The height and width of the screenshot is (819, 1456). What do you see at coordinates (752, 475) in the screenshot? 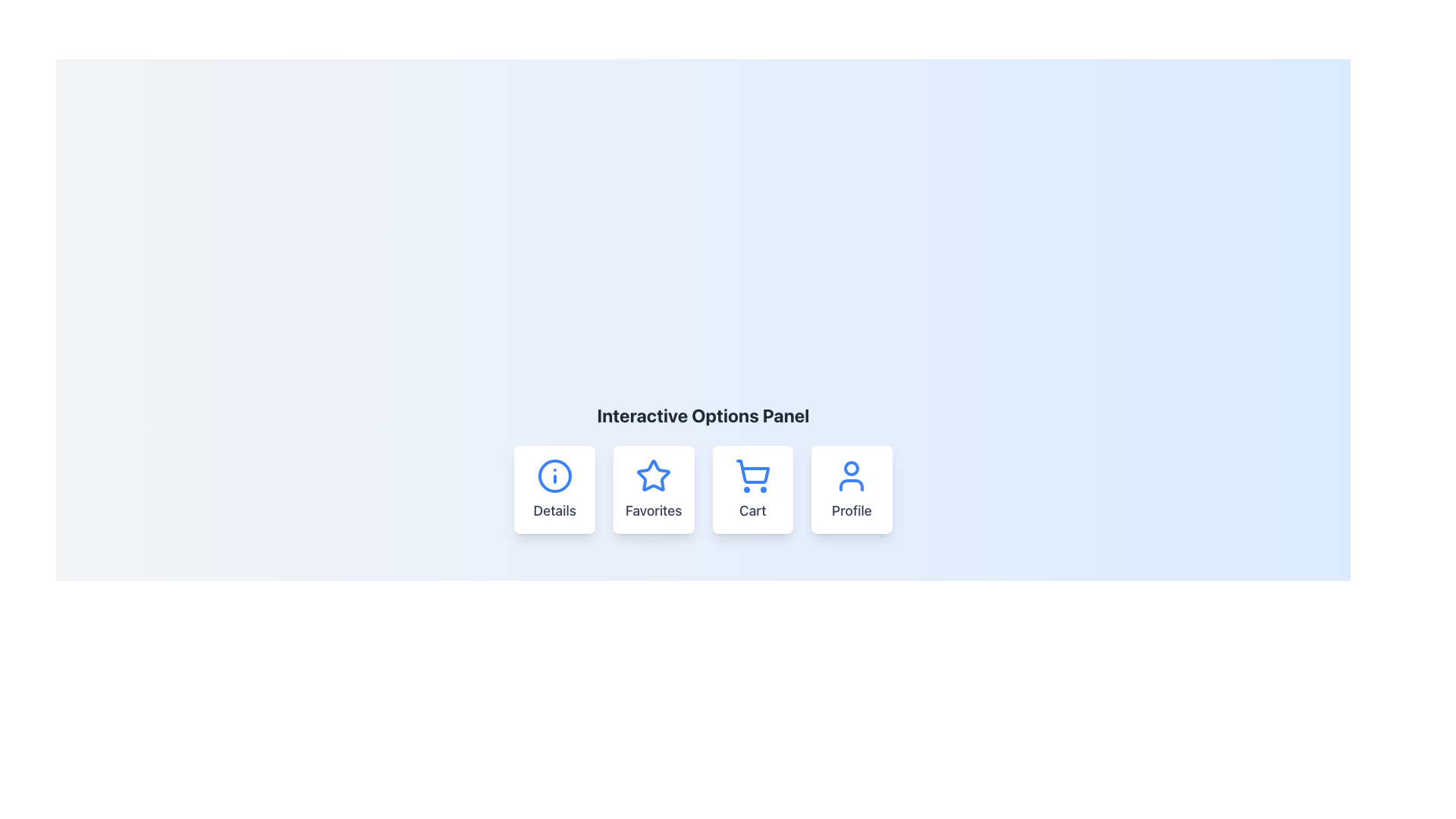
I see `the shopping cart icon, which is the third icon from the left in the 'Interactive Options Panel' and is located above the 'Cart' text` at bounding box center [752, 475].